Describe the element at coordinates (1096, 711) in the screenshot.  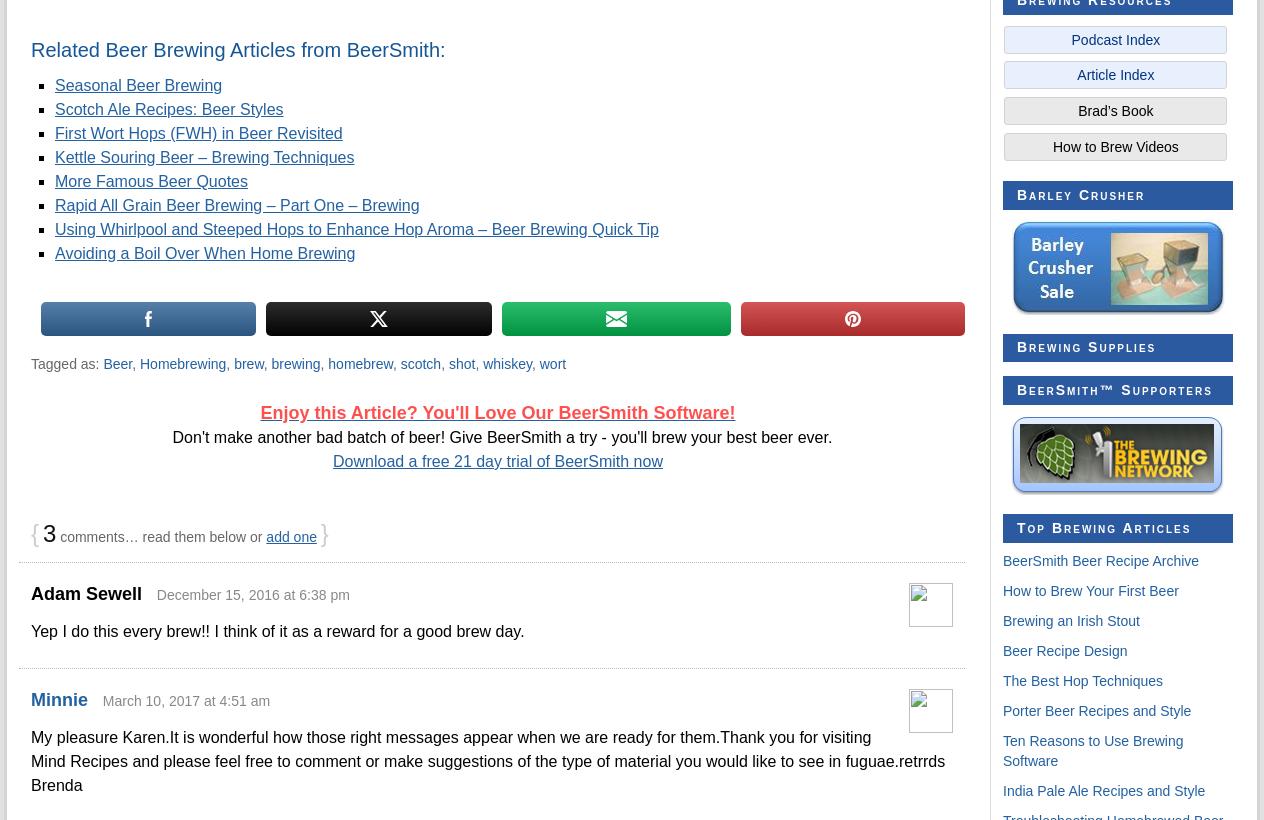
I see `'Porter Beer Recipes and Style'` at that location.